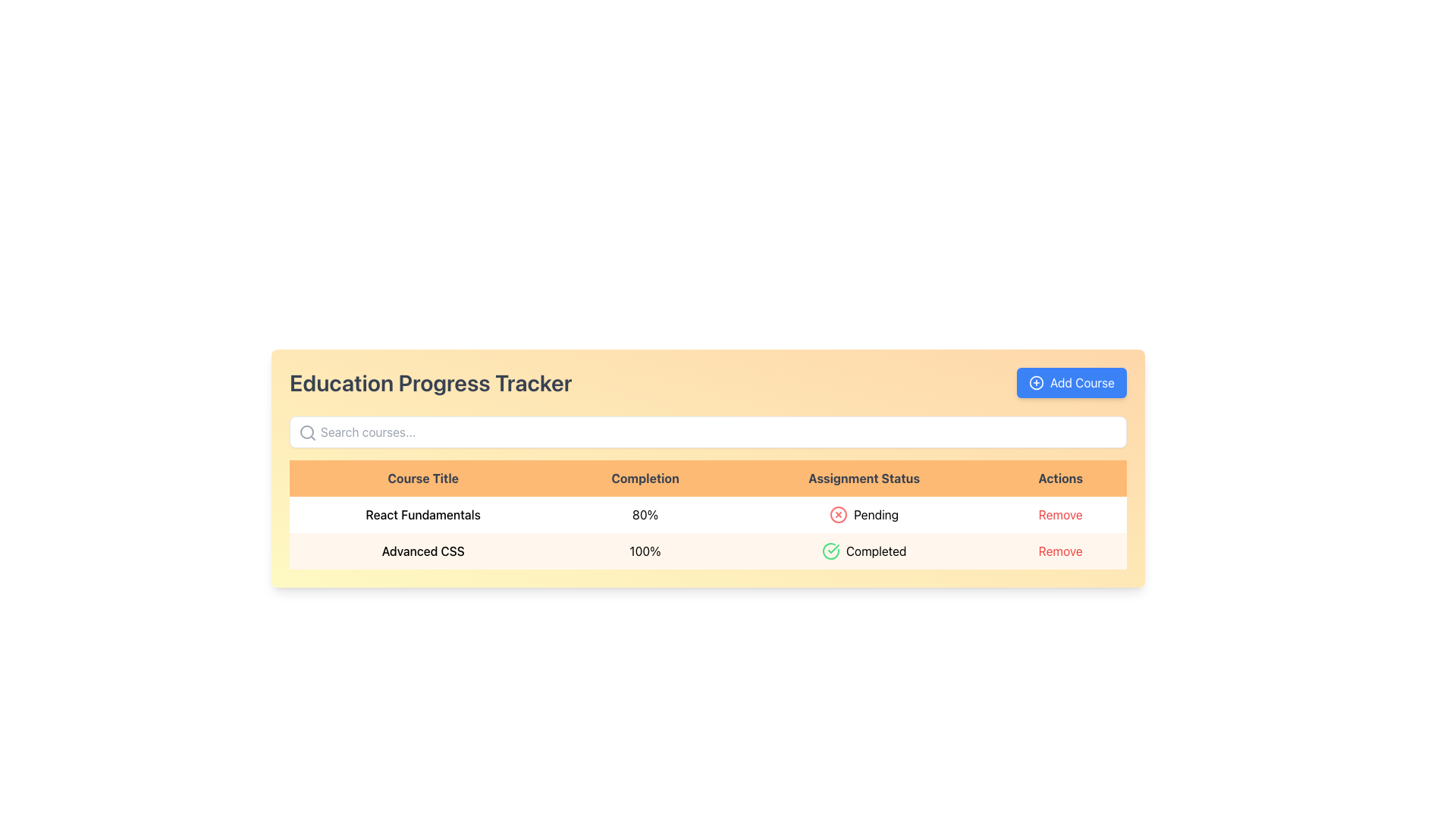 The width and height of the screenshot is (1456, 819). I want to click on the search icon located to the left of the placeholder text 'Search courses...' in the search bar above the table, so click(307, 432).